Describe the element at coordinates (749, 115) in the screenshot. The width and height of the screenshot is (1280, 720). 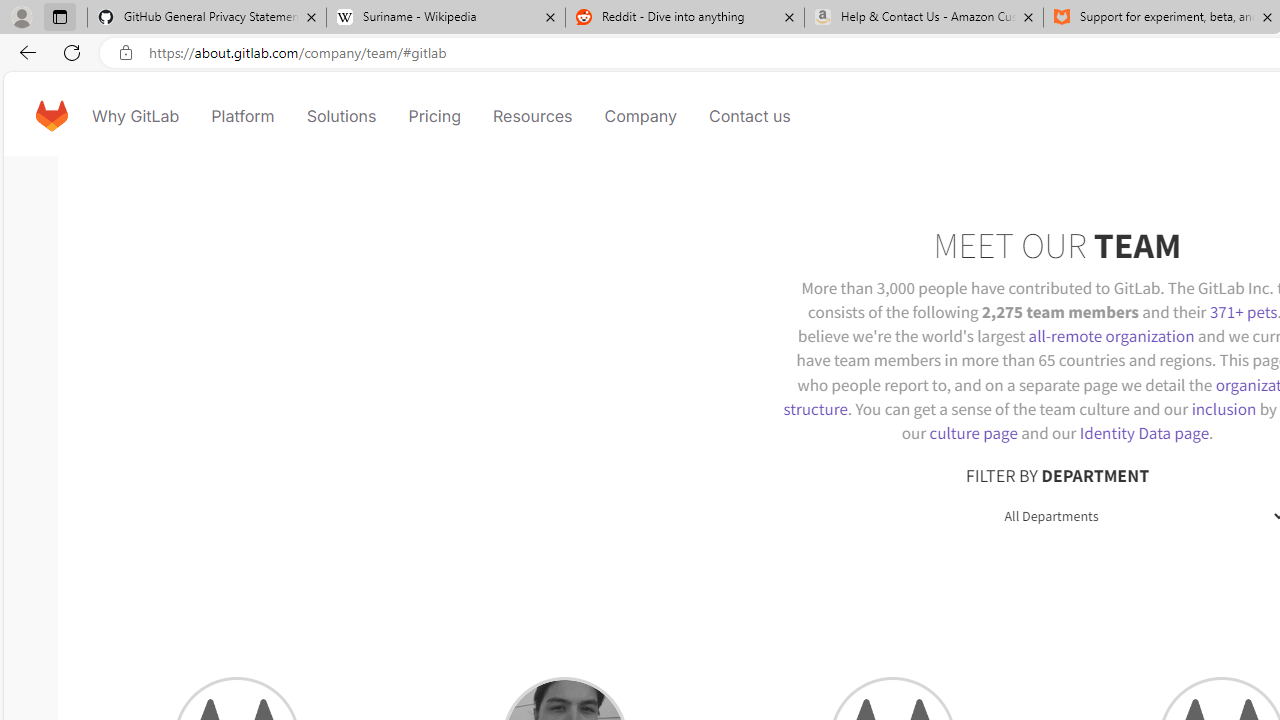
I see `'Contact us'` at that location.